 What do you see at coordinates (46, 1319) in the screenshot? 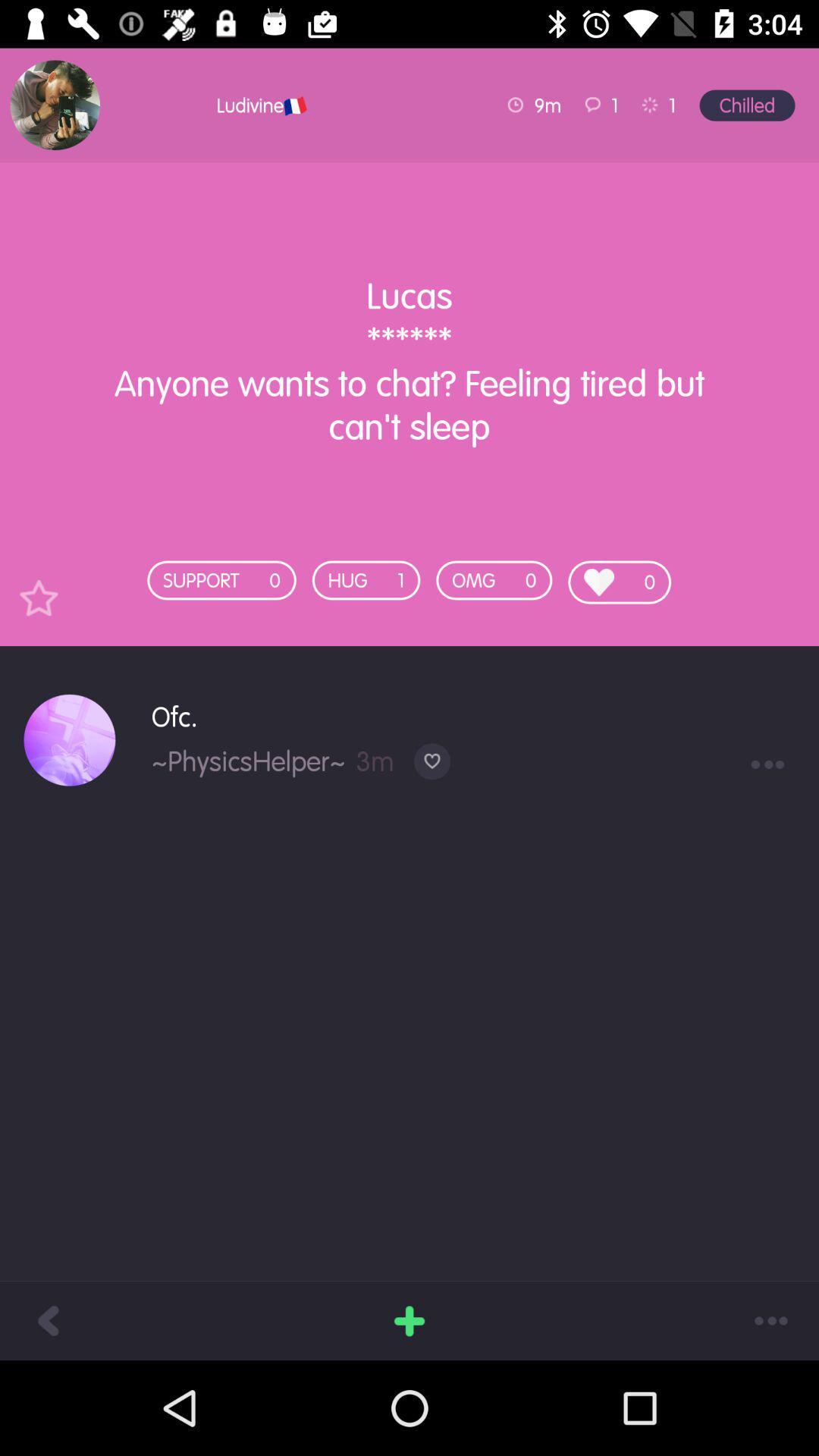
I see `the arrow_backward icon` at bounding box center [46, 1319].